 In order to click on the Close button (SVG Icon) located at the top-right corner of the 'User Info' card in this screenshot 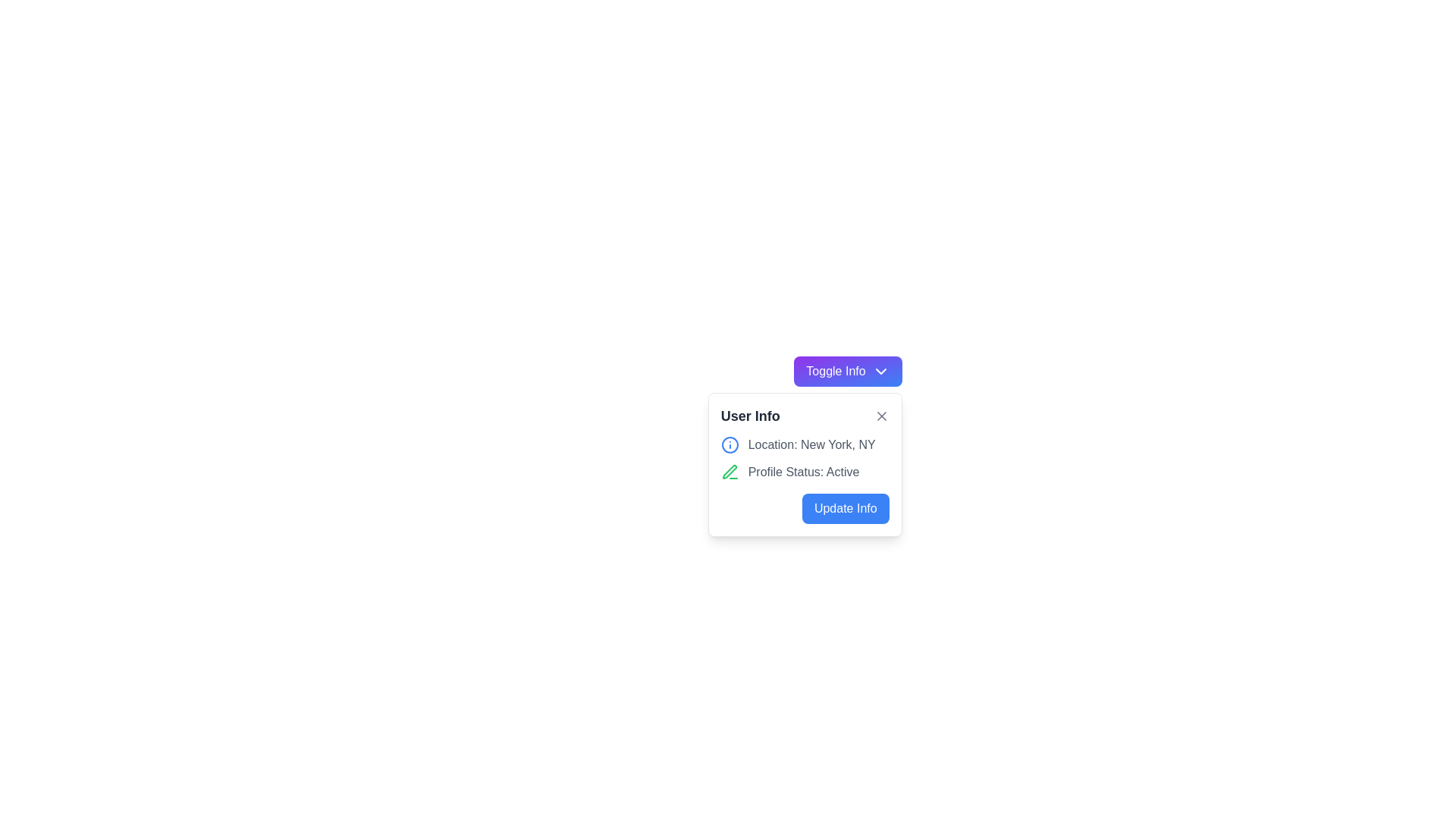, I will do `click(881, 416)`.